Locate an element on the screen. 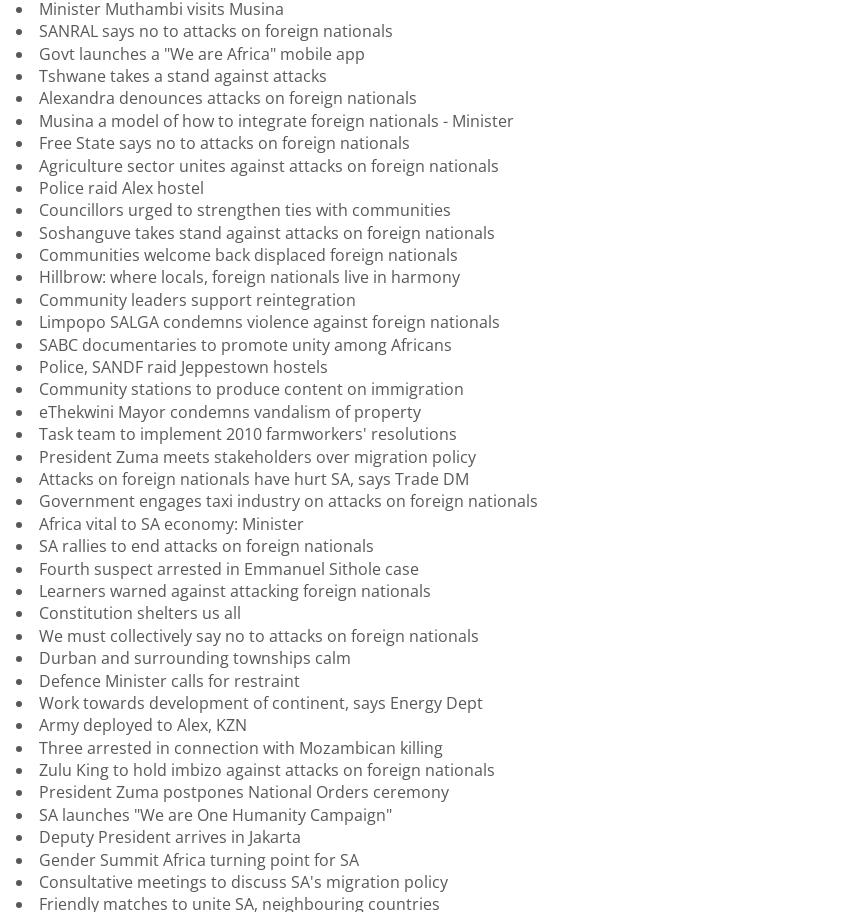  'Communities welcome back displaced foreign nationals' is located at coordinates (248, 254).